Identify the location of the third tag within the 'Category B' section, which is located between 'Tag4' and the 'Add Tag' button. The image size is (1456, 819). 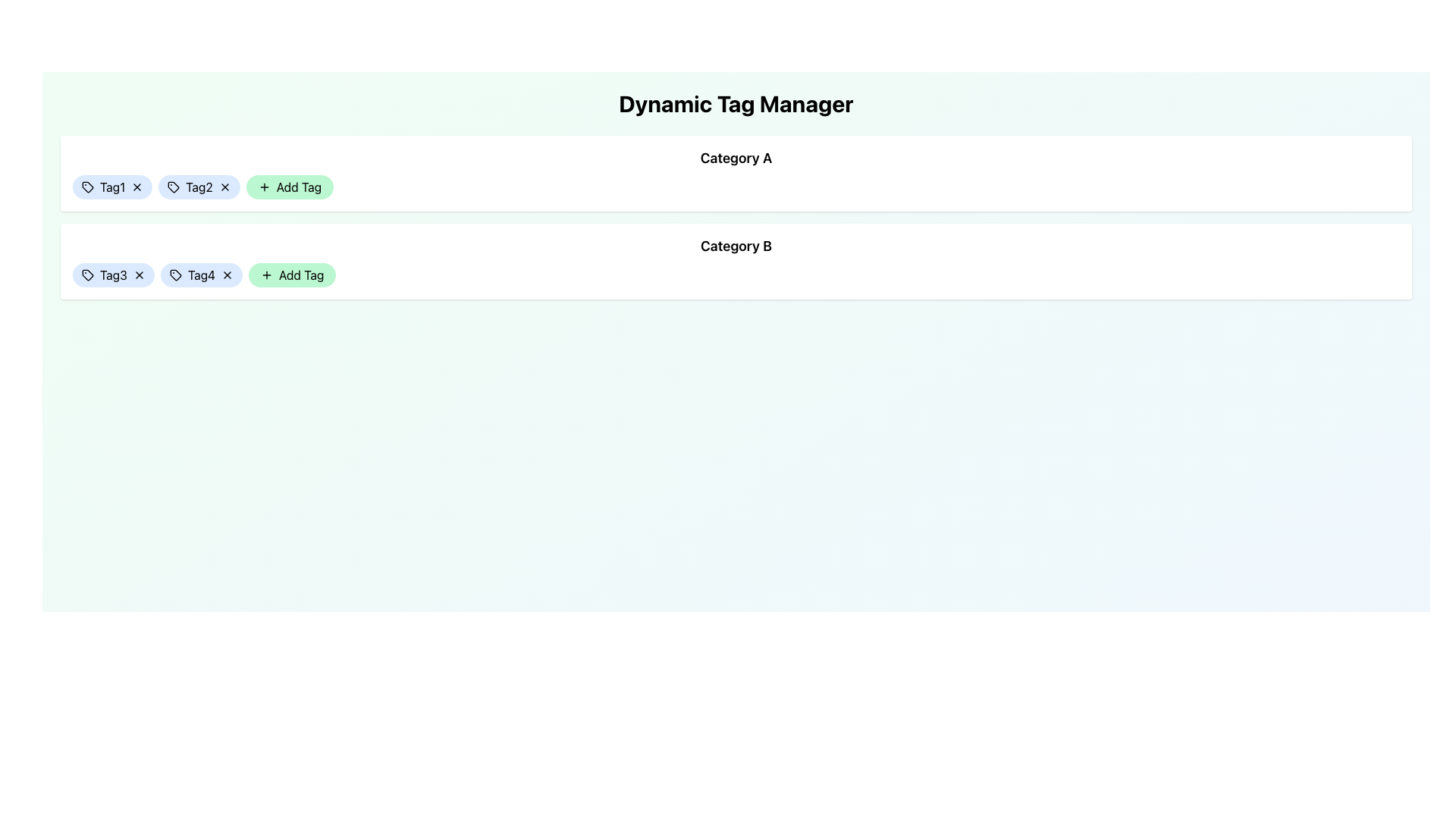
(112, 275).